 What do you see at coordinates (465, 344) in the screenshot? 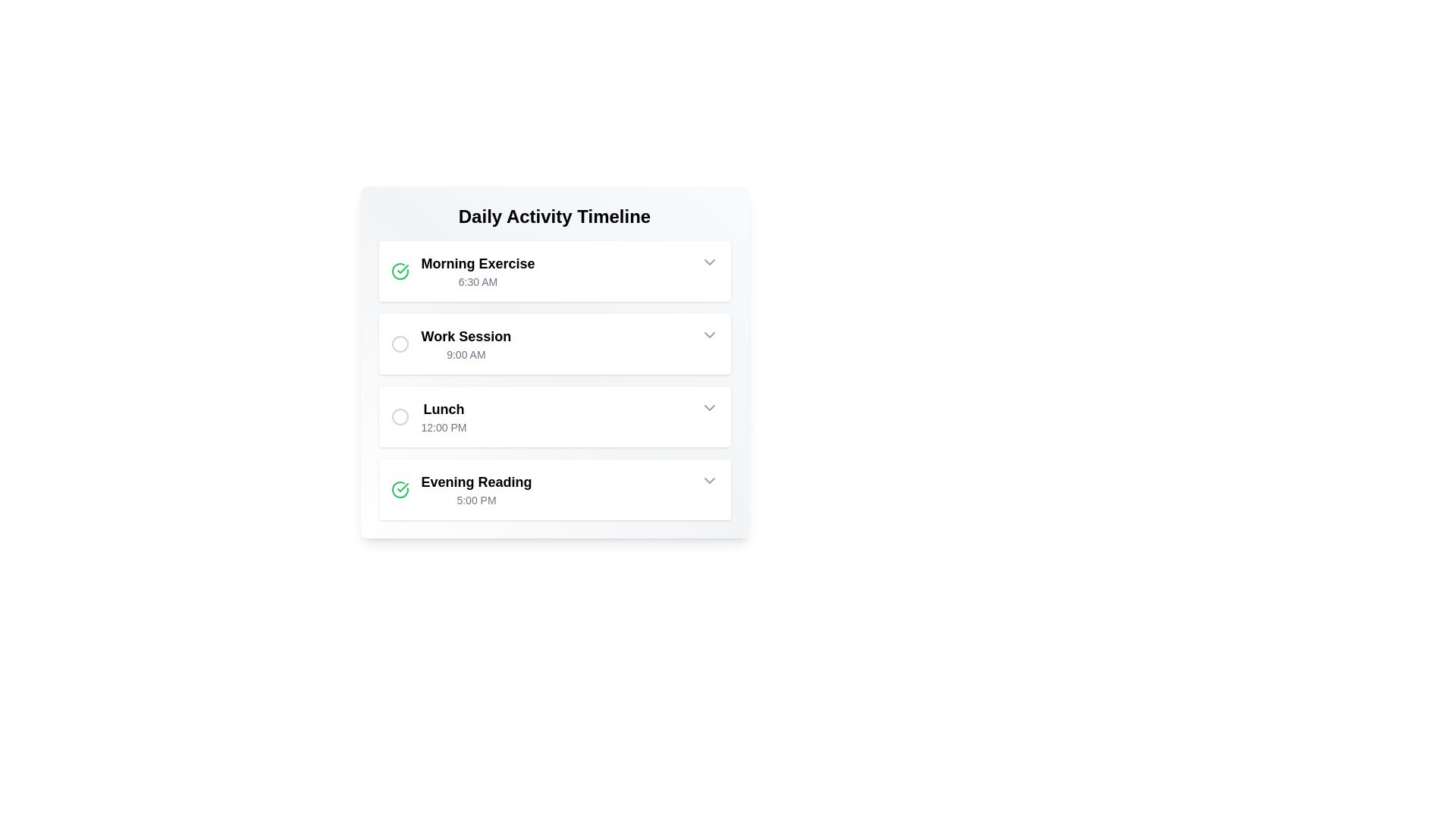
I see `text from the 'Work Session' text block, which features a bold title and a smaller timestamp below it, located in the timeline of activities` at bounding box center [465, 344].